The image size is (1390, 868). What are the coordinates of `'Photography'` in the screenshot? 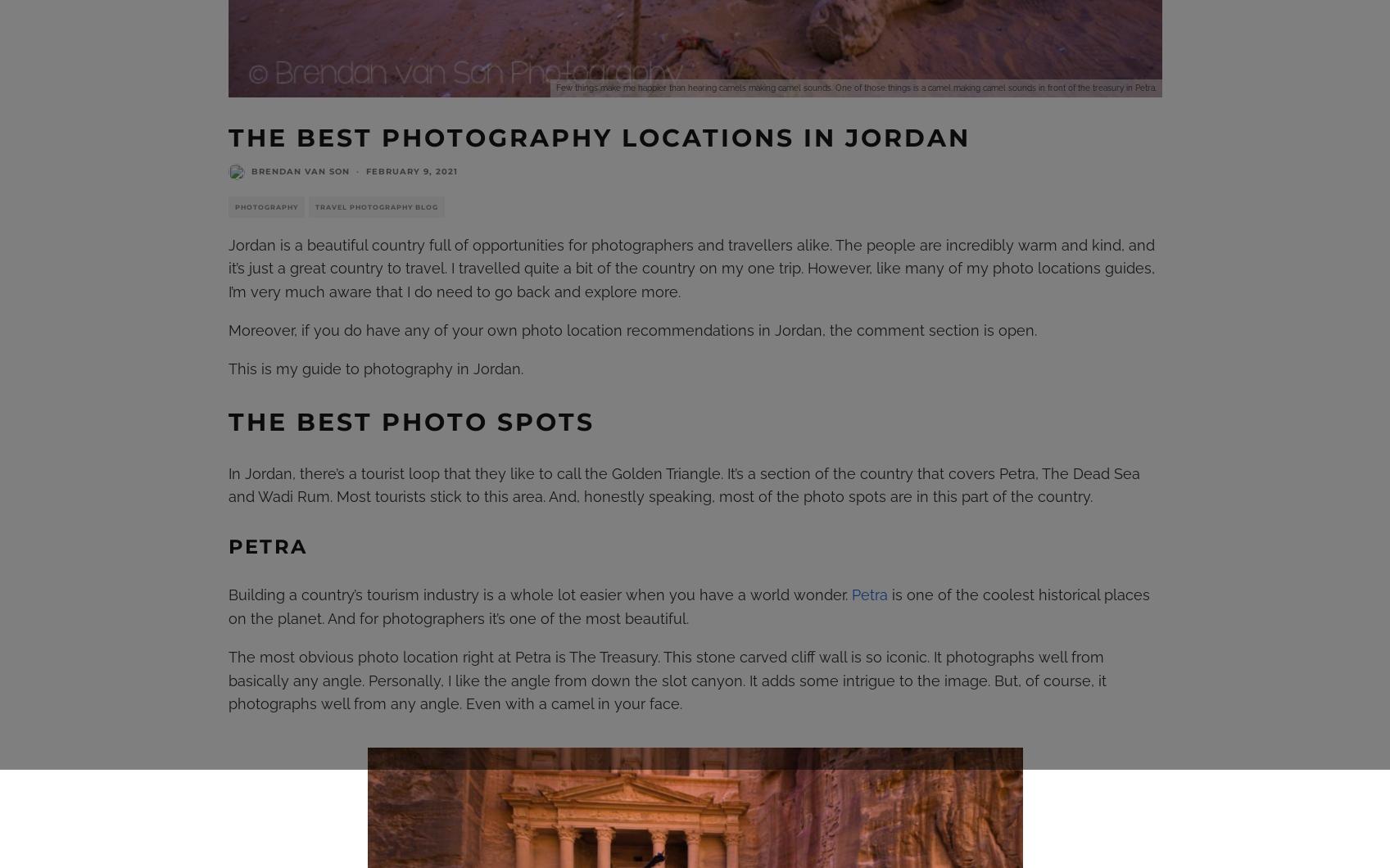 It's located at (233, 205).